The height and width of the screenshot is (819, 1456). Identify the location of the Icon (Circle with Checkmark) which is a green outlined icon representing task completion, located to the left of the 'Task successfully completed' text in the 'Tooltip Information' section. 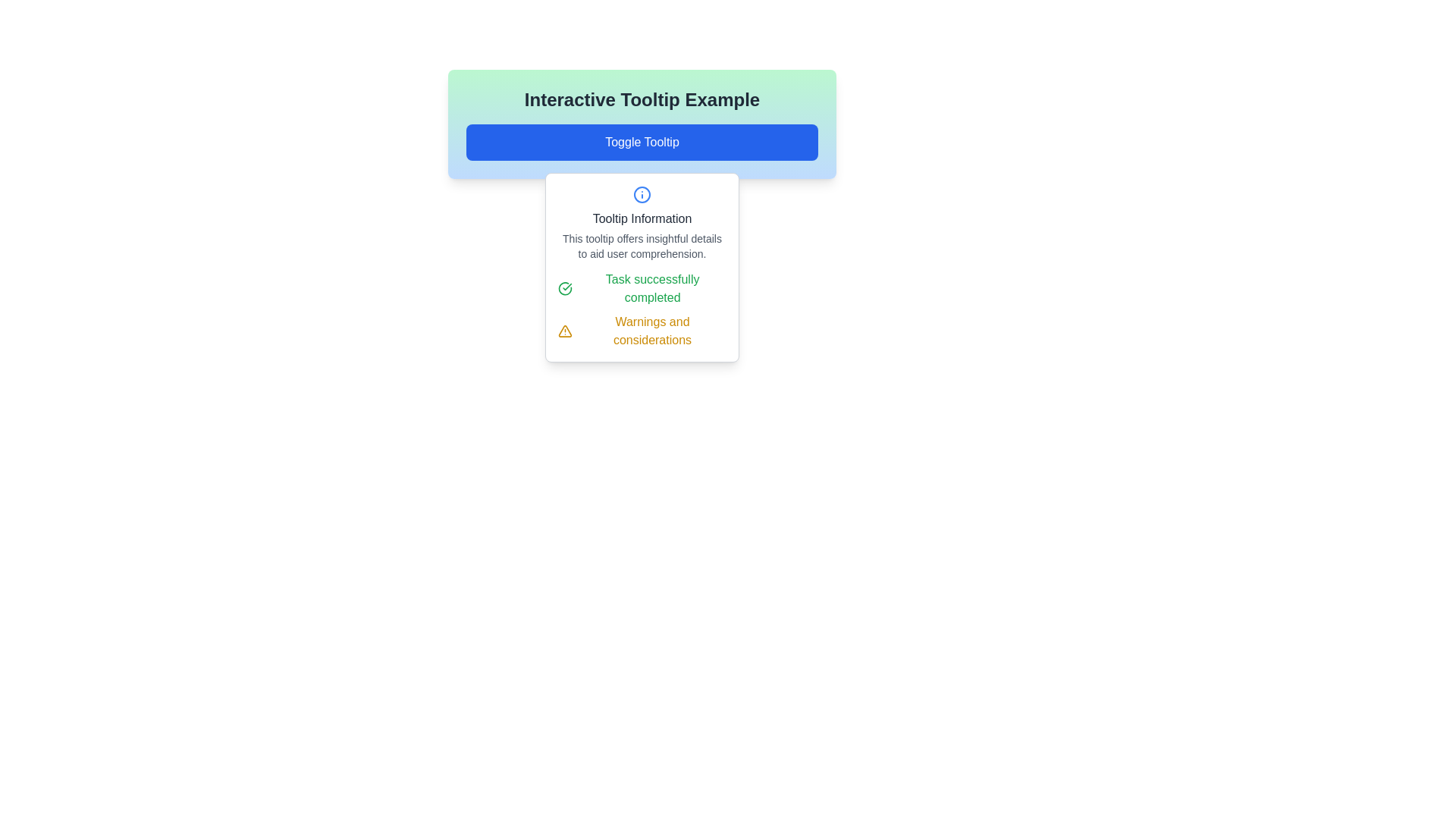
(564, 289).